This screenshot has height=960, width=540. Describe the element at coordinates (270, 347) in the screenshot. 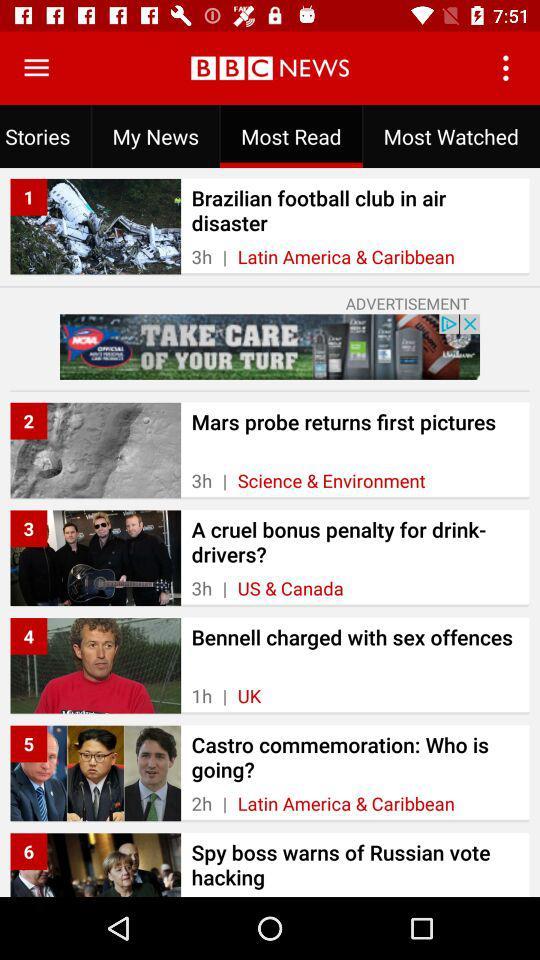

I see `announcement` at that location.